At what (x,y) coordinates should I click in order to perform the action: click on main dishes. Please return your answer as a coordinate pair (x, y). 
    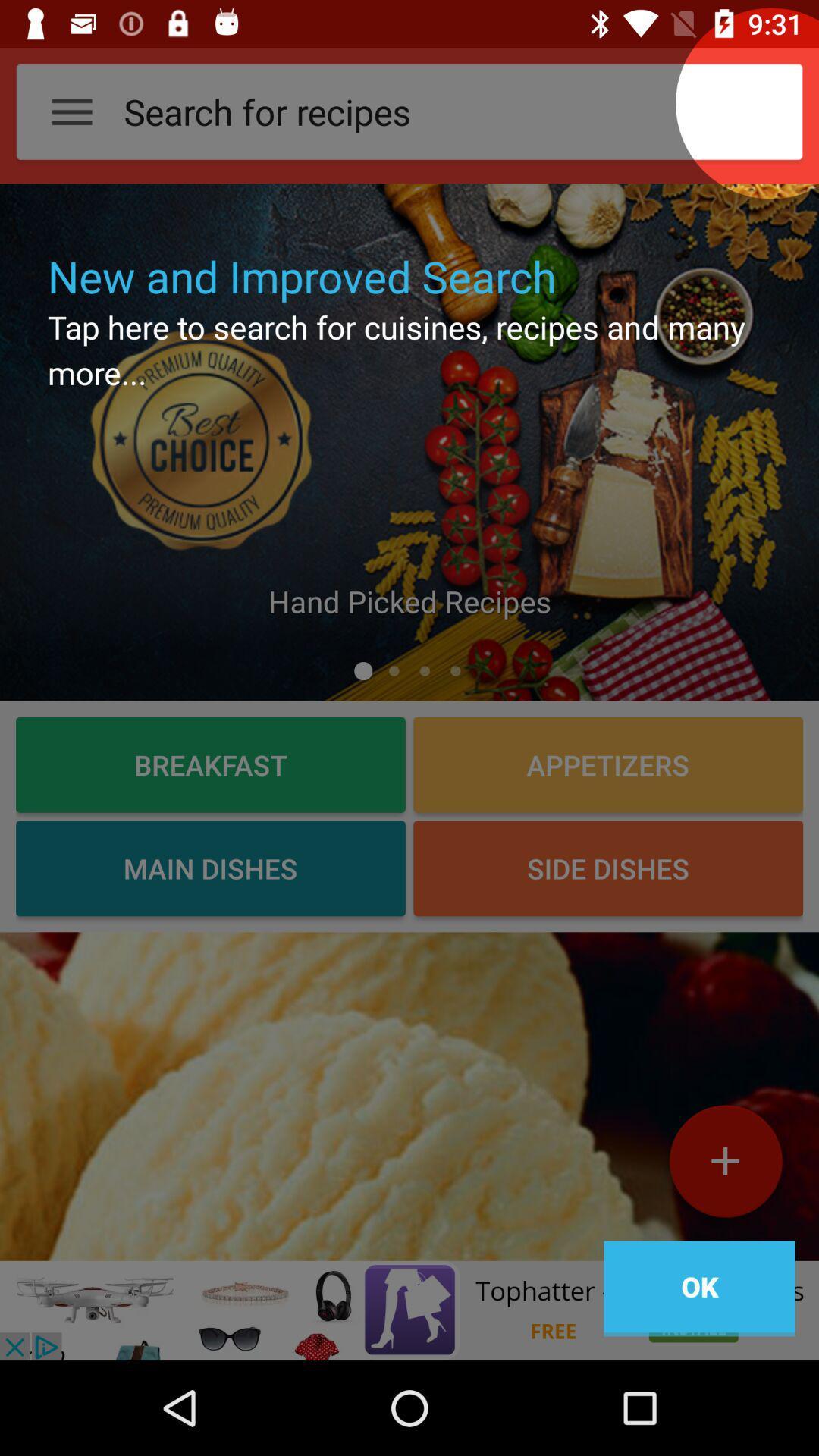
    Looking at the image, I should click on (210, 868).